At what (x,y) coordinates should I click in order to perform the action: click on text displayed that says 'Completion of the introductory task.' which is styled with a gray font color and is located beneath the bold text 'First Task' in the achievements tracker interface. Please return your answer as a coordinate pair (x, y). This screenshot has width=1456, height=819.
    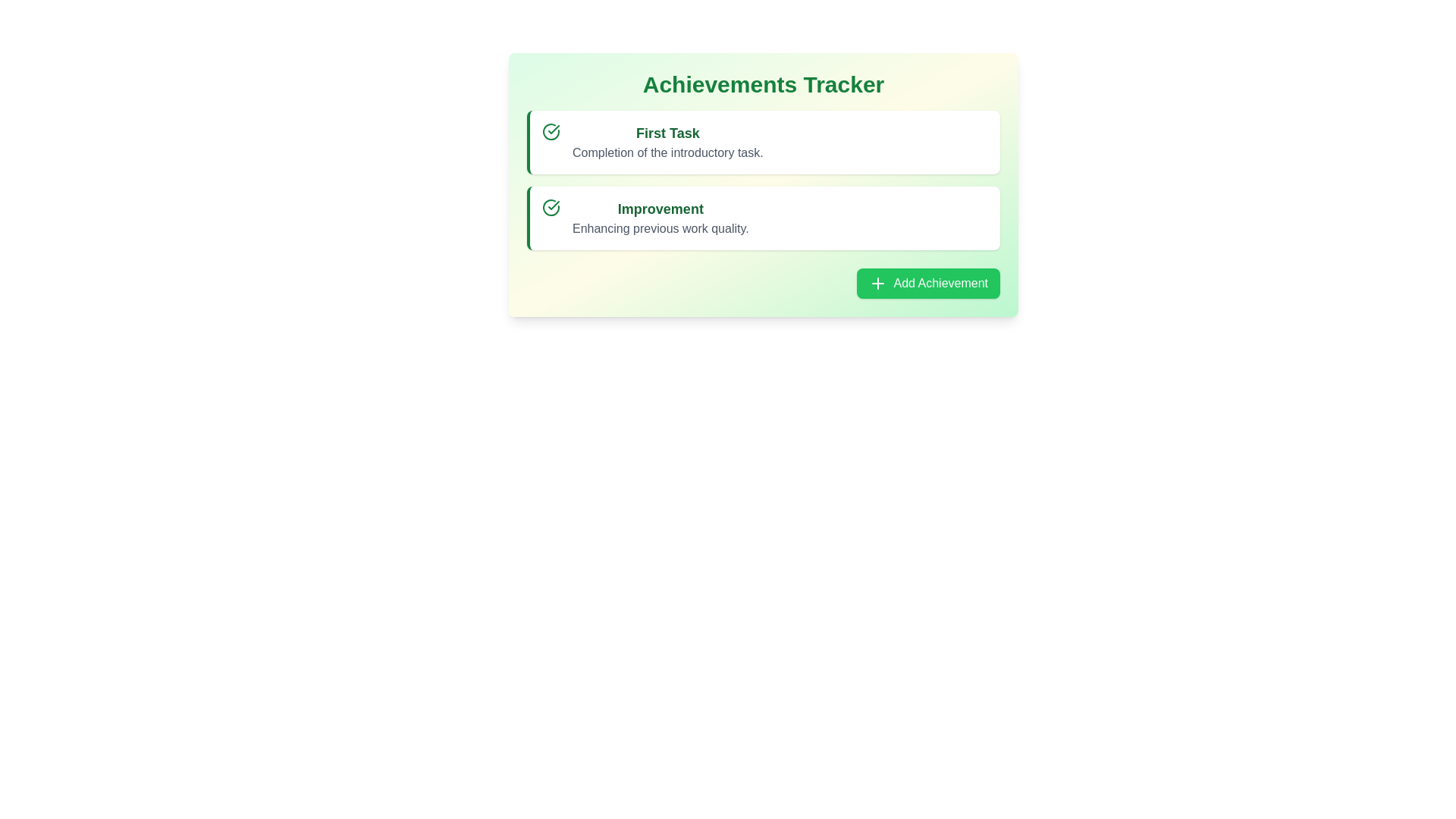
    Looking at the image, I should click on (667, 152).